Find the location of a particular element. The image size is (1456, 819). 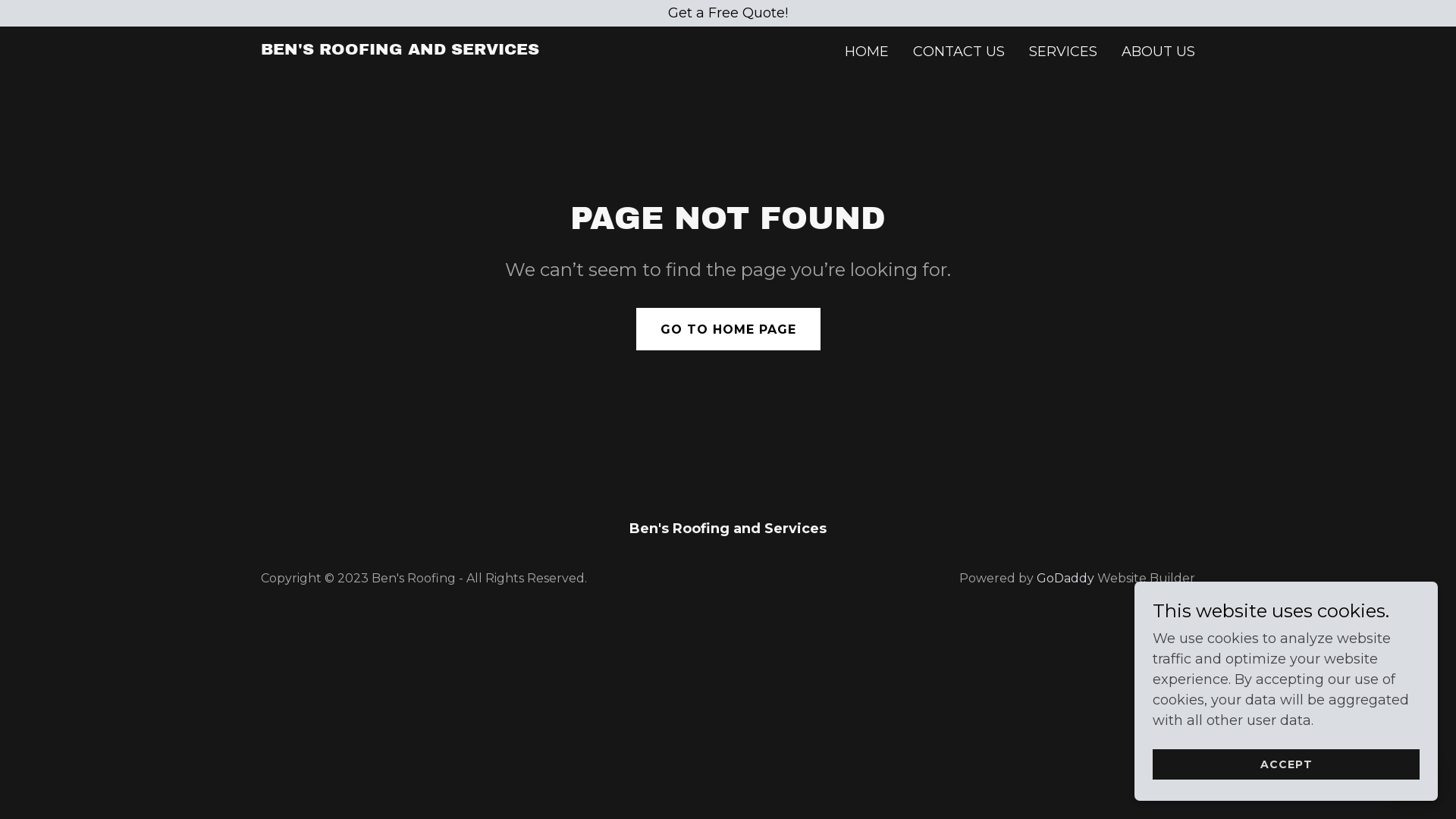

'GoDaddy' is located at coordinates (1065, 578).